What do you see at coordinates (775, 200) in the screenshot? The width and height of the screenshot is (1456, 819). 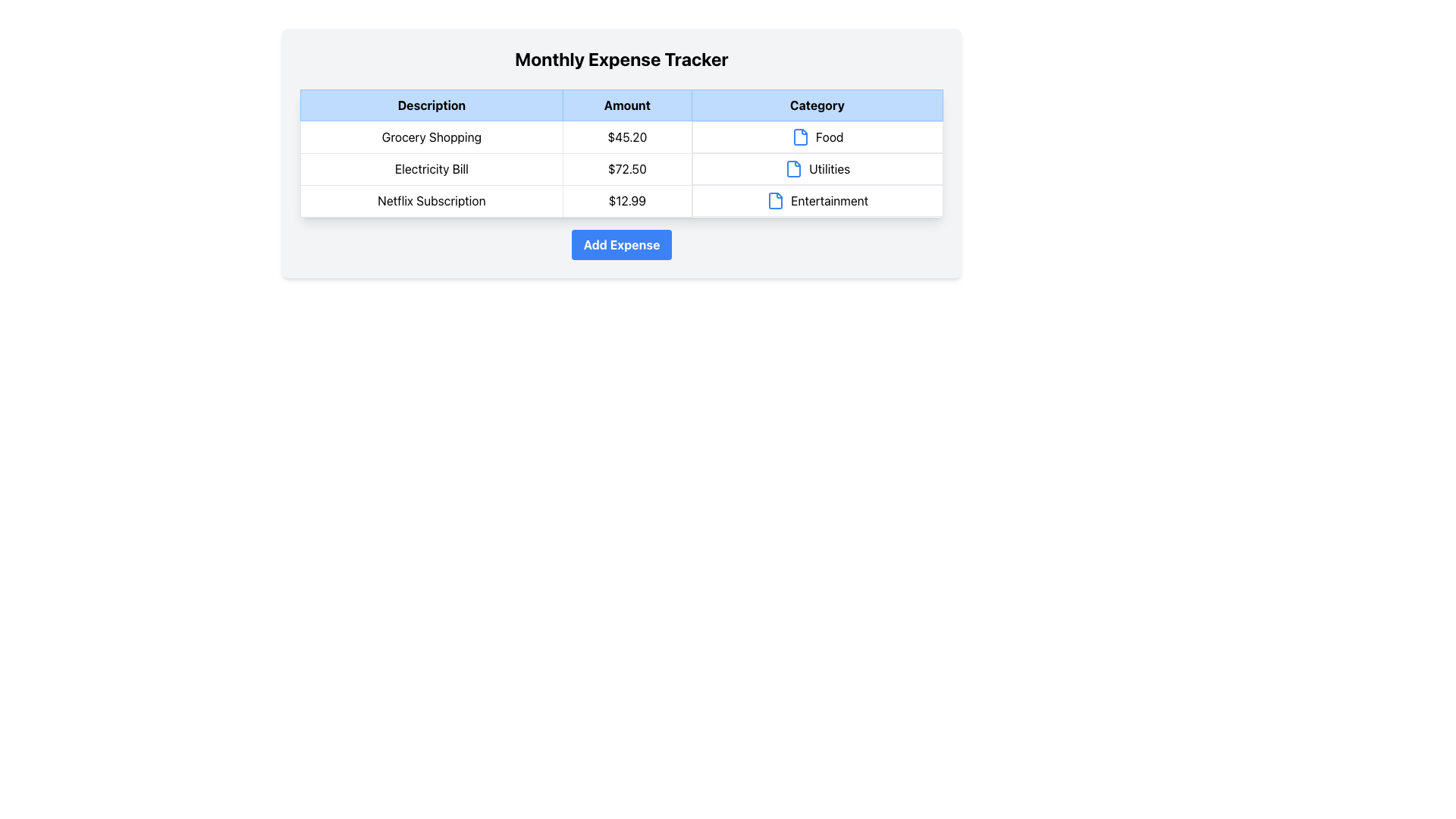 I see `the 'Entertainment' category icon located in the 'Category' column of the 'Netflix Subscription' row in the table, as it supports interaction` at bounding box center [775, 200].